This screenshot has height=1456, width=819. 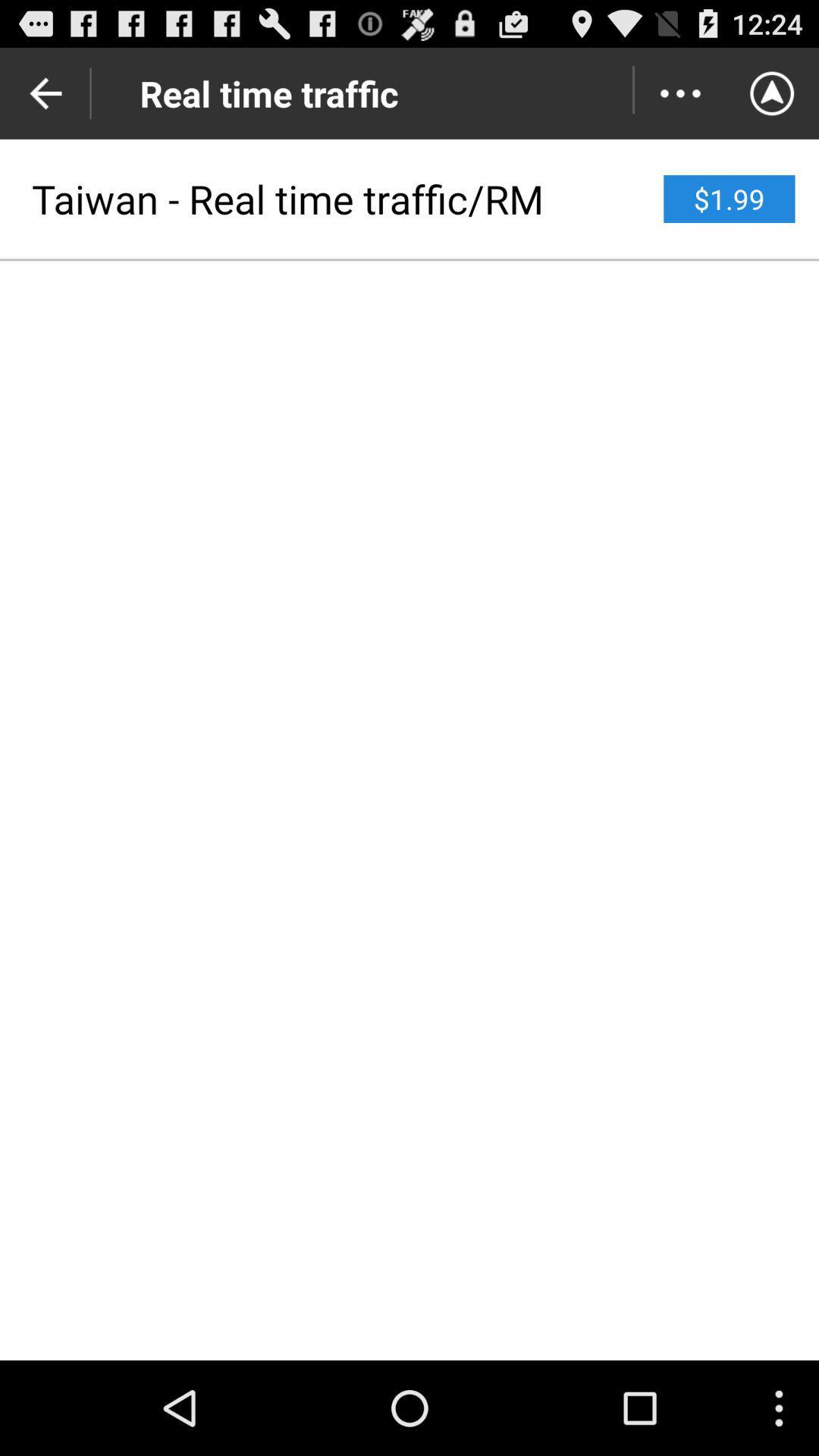 I want to click on item above taiwan real time app, so click(x=679, y=93).